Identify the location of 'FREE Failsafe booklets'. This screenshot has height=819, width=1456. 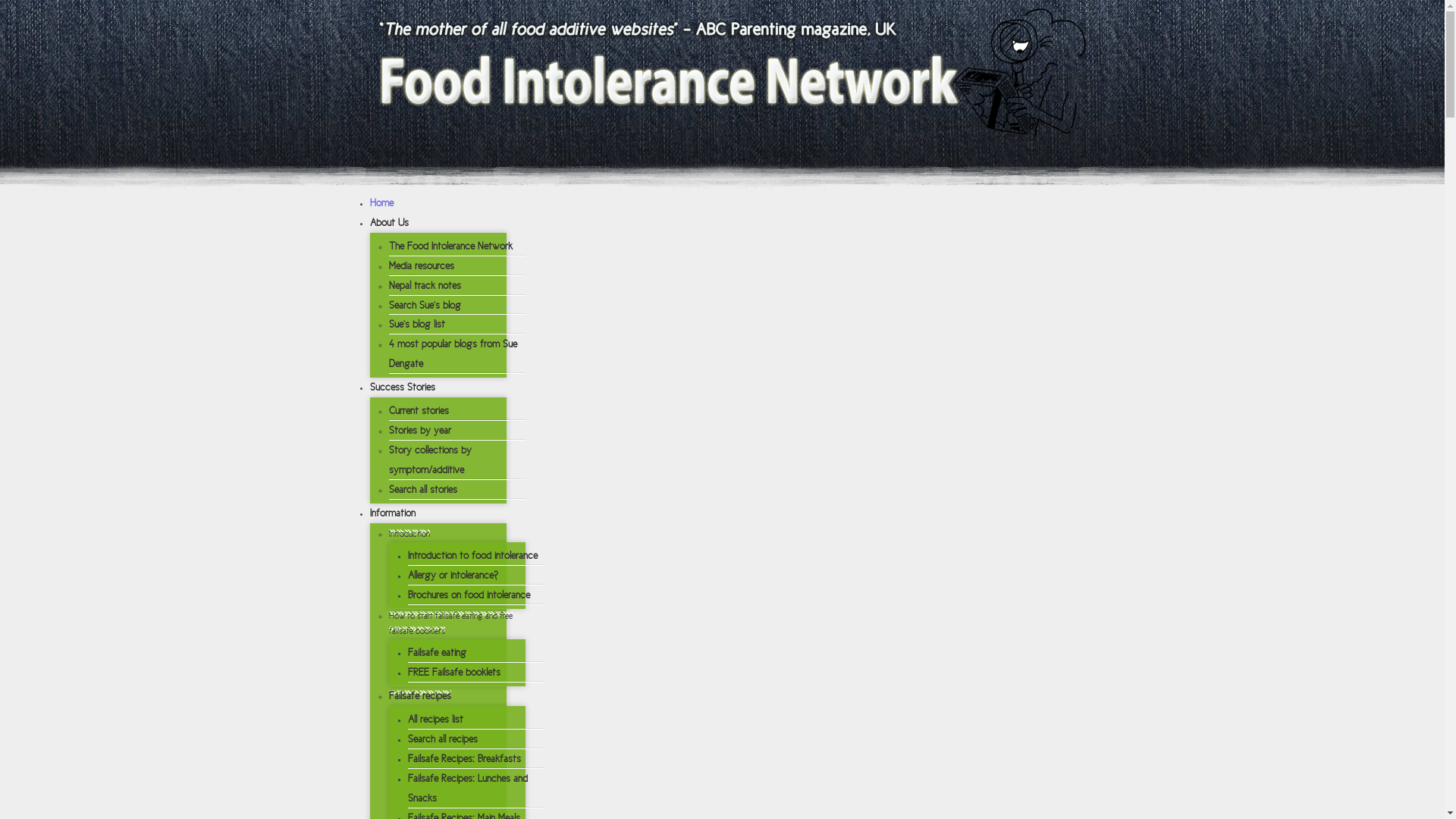
(453, 671).